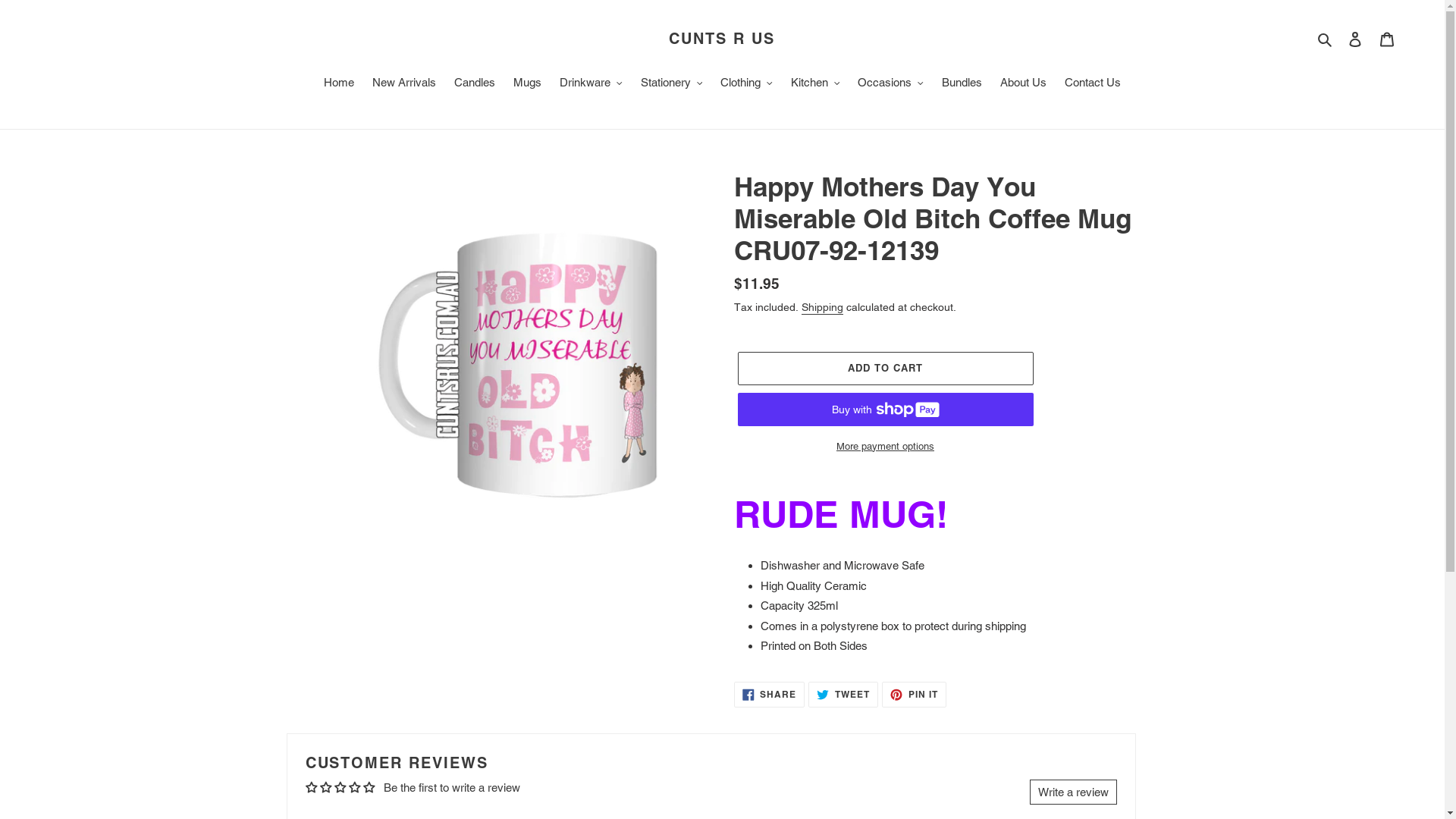  I want to click on 'Stationery', so click(633, 84).